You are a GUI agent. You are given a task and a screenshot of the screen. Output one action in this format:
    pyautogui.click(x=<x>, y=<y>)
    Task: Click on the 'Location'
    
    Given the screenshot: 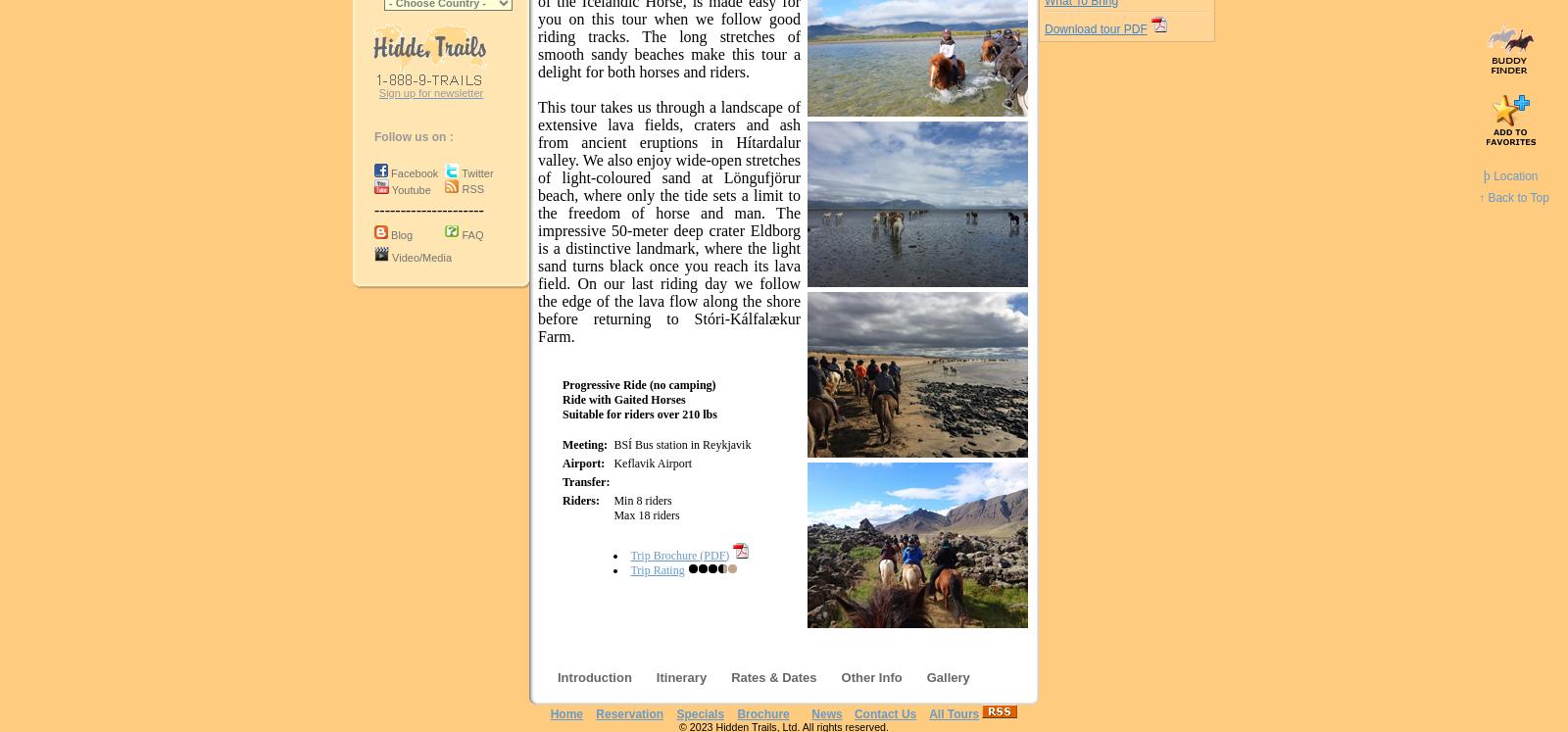 What is the action you would take?
    pyautogui.click(x=1513, y=176)
    